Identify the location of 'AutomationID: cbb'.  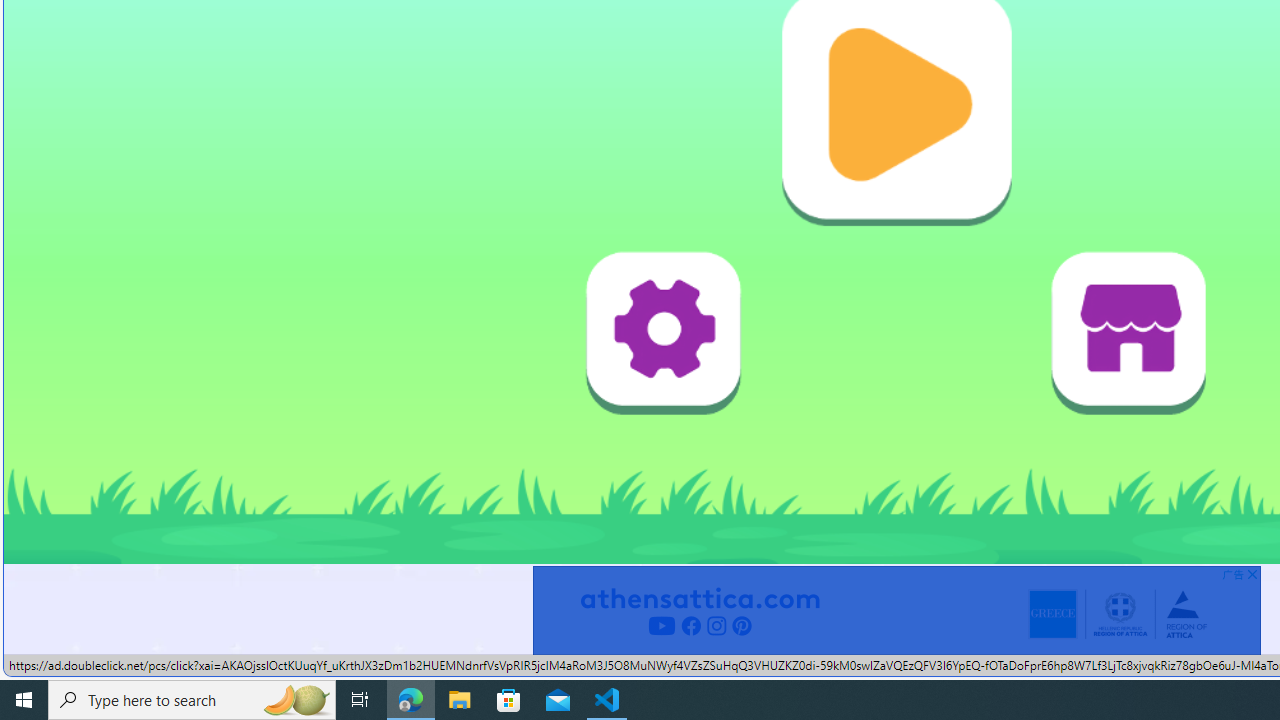
(1251, 574).